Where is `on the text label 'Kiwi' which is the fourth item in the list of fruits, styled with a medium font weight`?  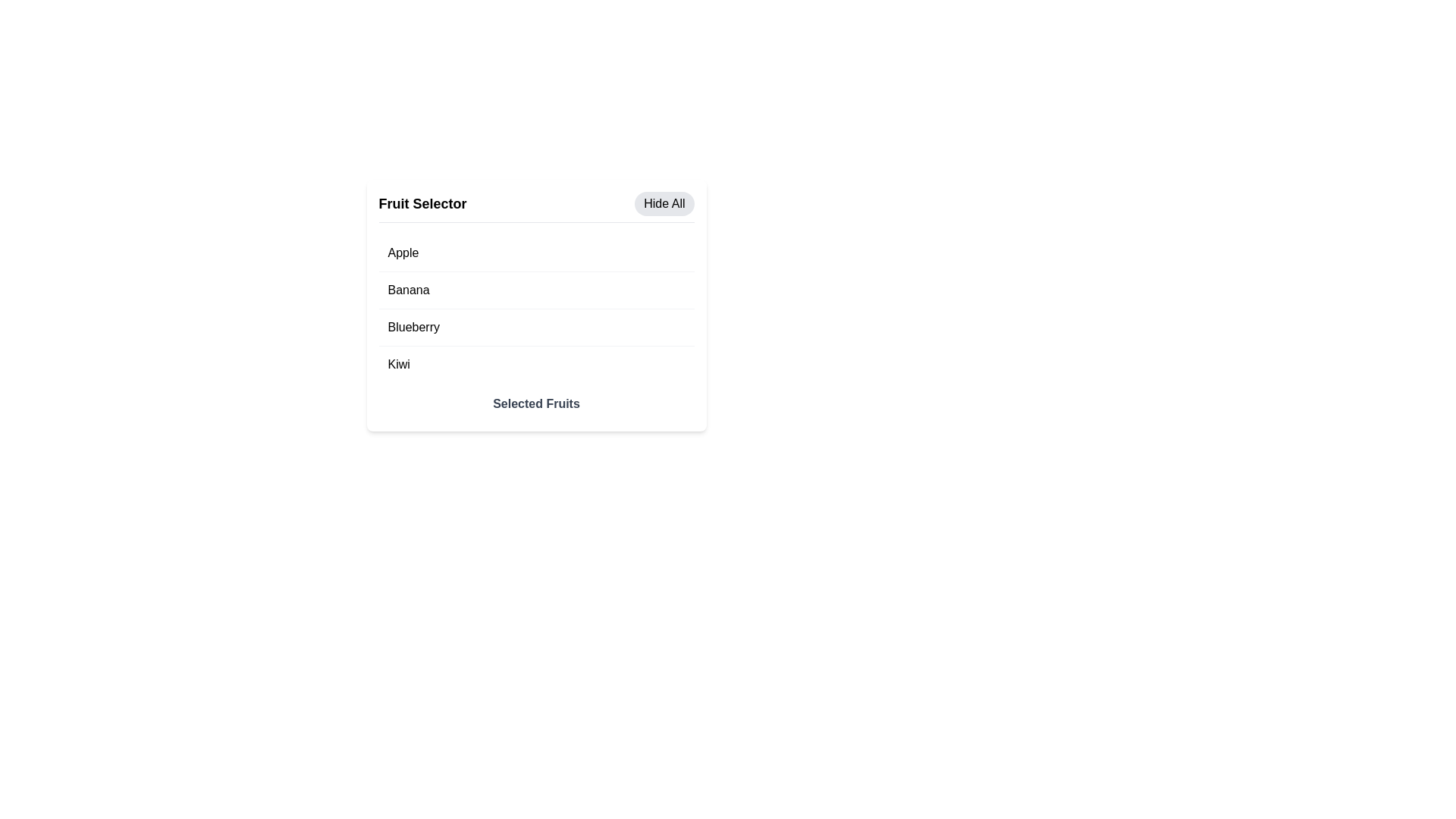 on the text label 'Kiwi' which is the fourth item in the list of fruits, styled with a medium font weight is located at coordinates (399, 365).